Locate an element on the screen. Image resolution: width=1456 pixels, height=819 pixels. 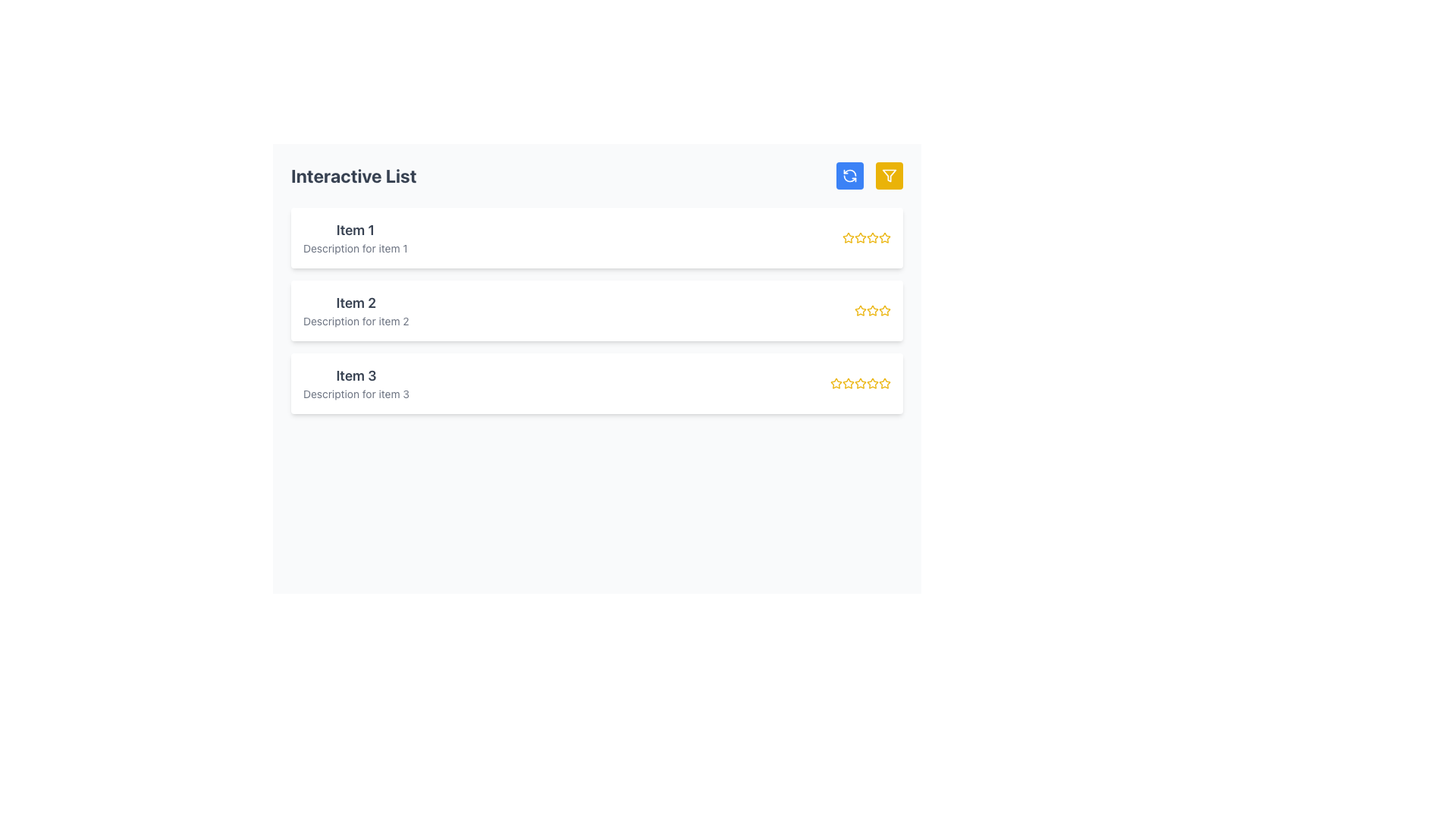
the text label that reads 'Item 2', which is styled in bold, larger font and located in the middle of a card layout, positioned above the description text 'Description for item 2' is located at coordinates (355, 303).